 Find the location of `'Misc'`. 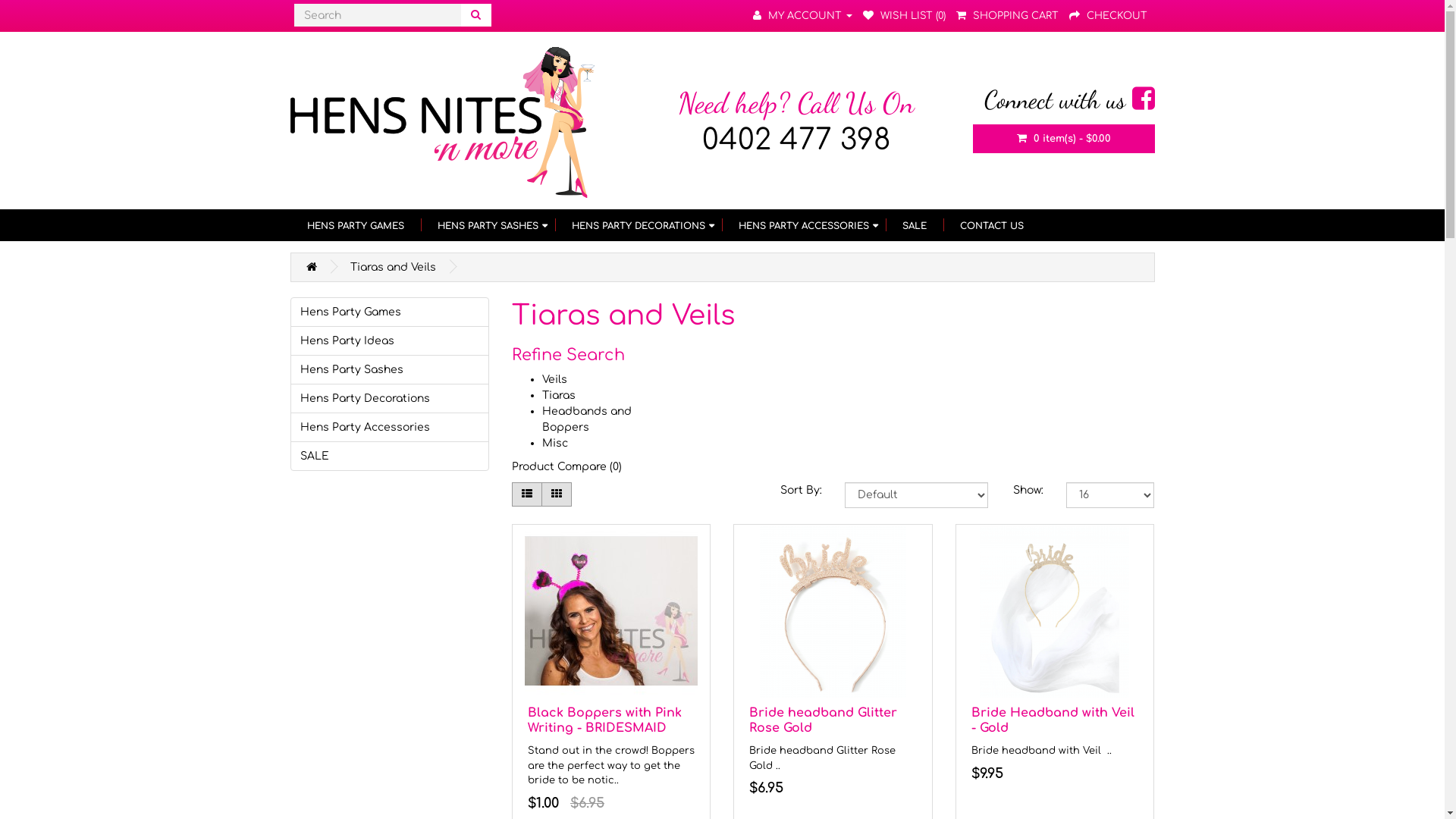

'Misc' is located at coordinates (554, 443).